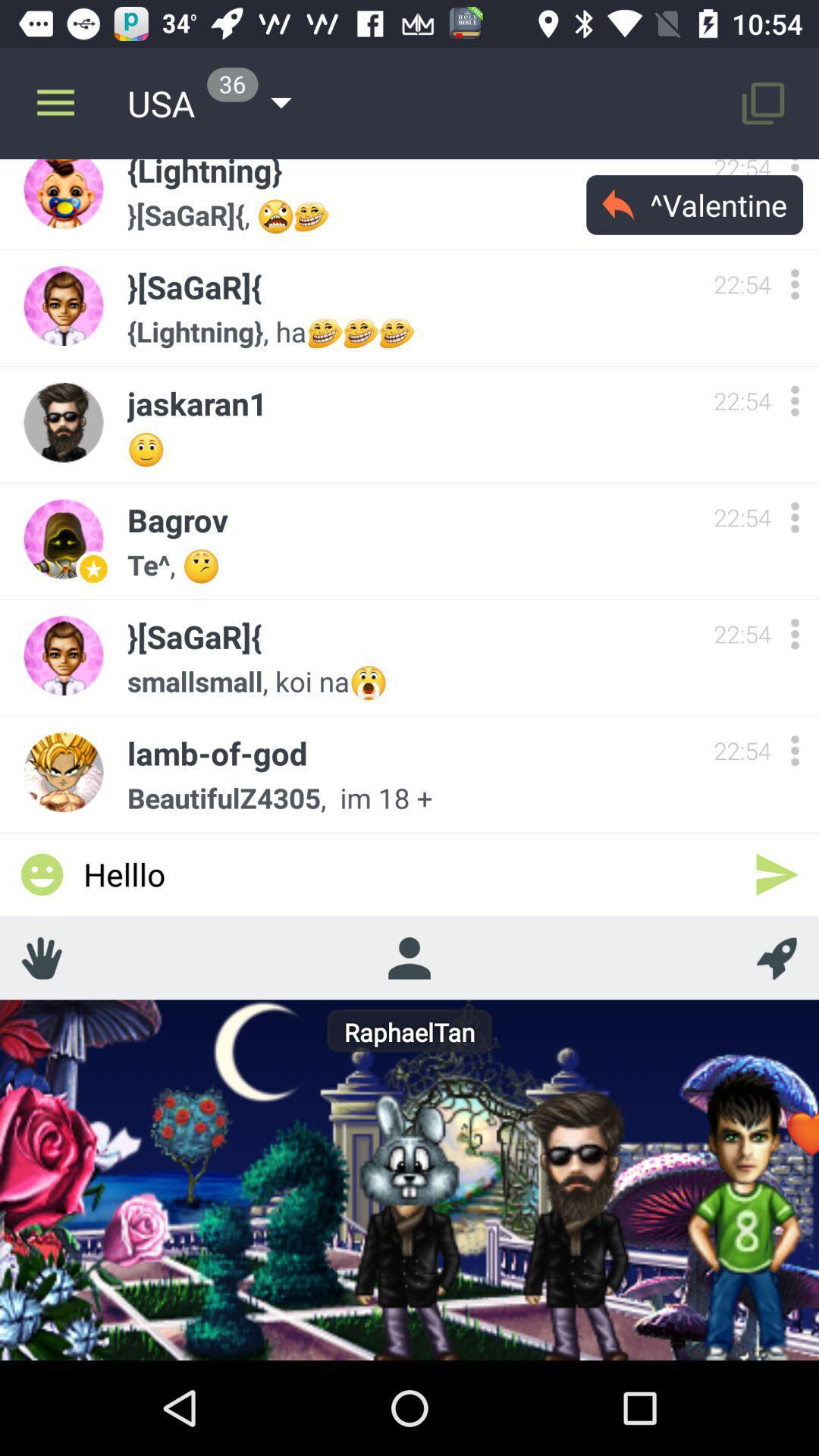 The height and width of the screenshot is (1456, 819). Describe the element at coordinates (777, 957) in the screenshot. I see `autoplay option` at that location.